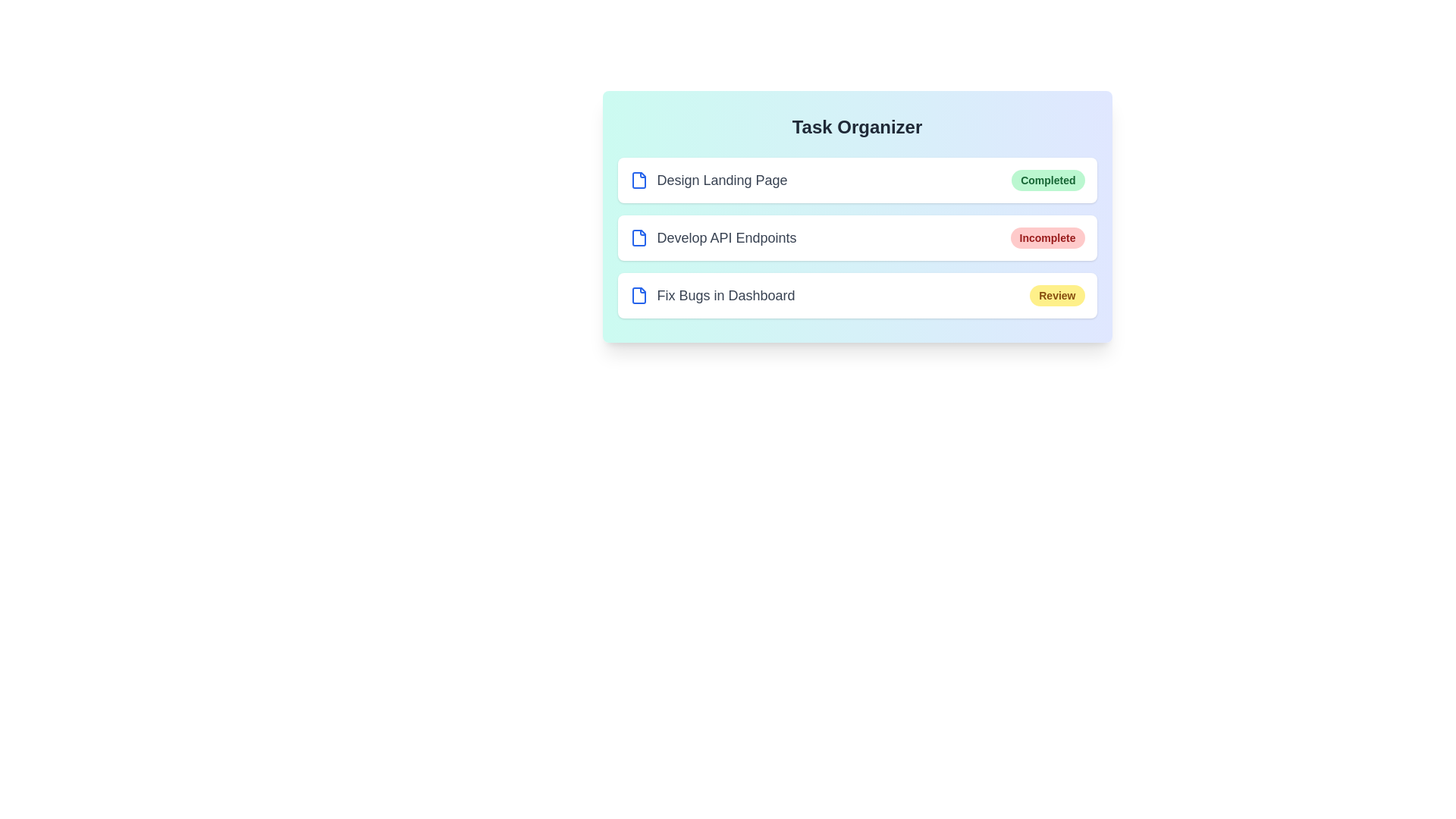  I want to click on the task name Develop API Endpoints to interact with it, so click(712, 237).